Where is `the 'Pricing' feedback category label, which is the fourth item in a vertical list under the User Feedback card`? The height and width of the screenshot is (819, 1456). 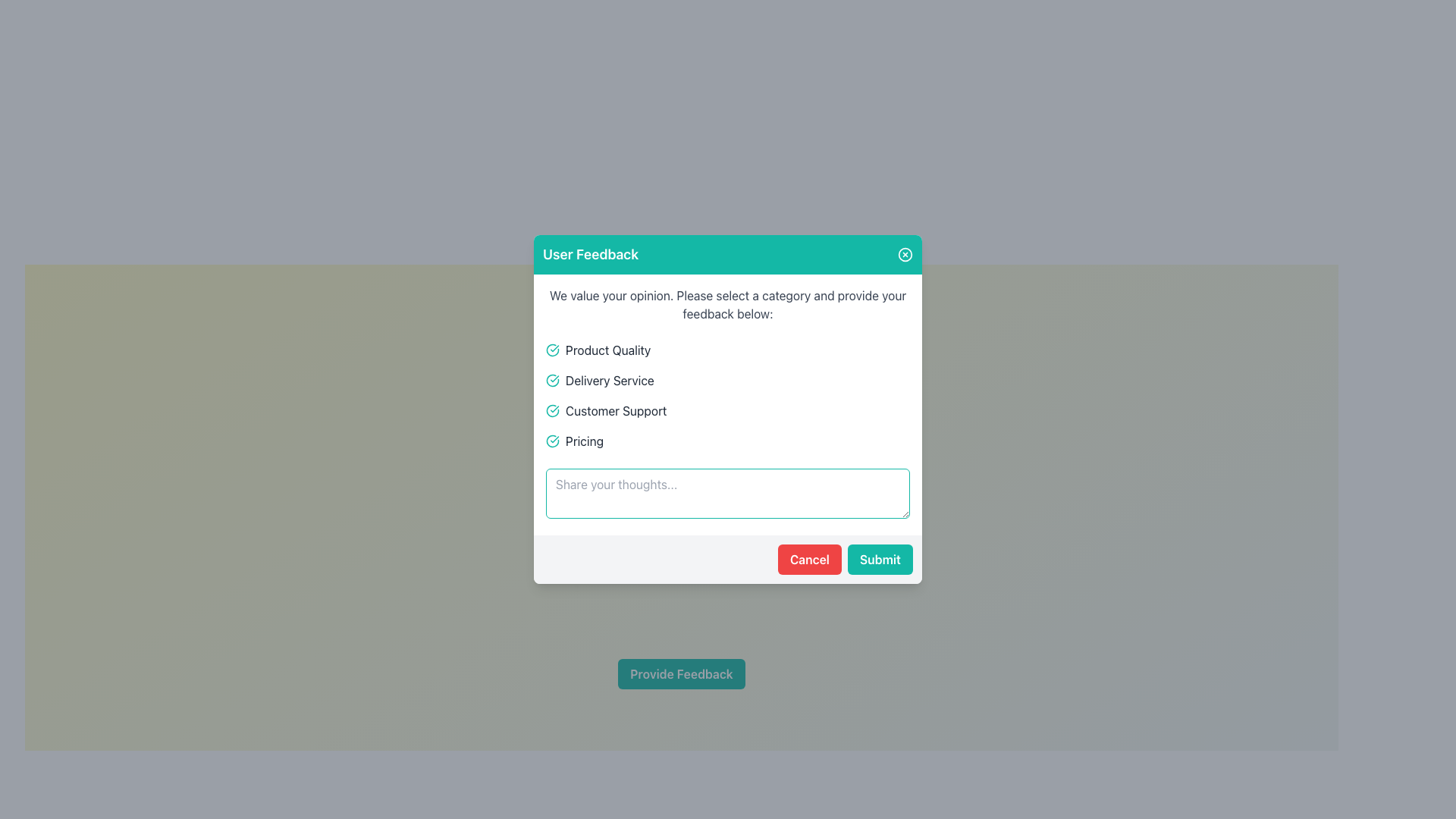 the 'Pricing' feedback category label, which is the fourth item in a vertical list under the User Feedback card is located at coordinates (584, 441).